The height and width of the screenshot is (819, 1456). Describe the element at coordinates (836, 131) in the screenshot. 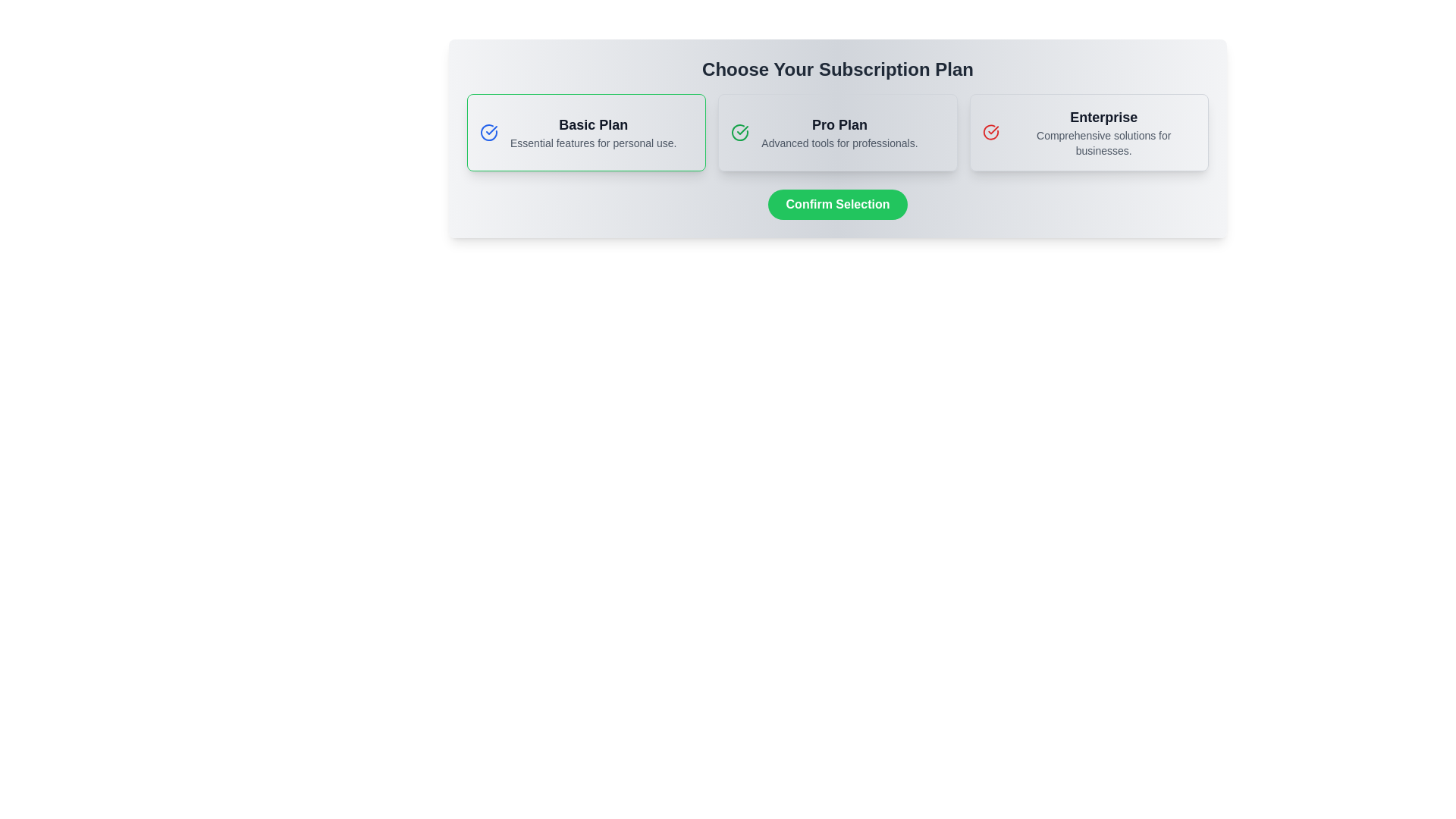

I see `the 'Pro Plan' subscription button, which features a green checkmark icon and bold text` at that location.